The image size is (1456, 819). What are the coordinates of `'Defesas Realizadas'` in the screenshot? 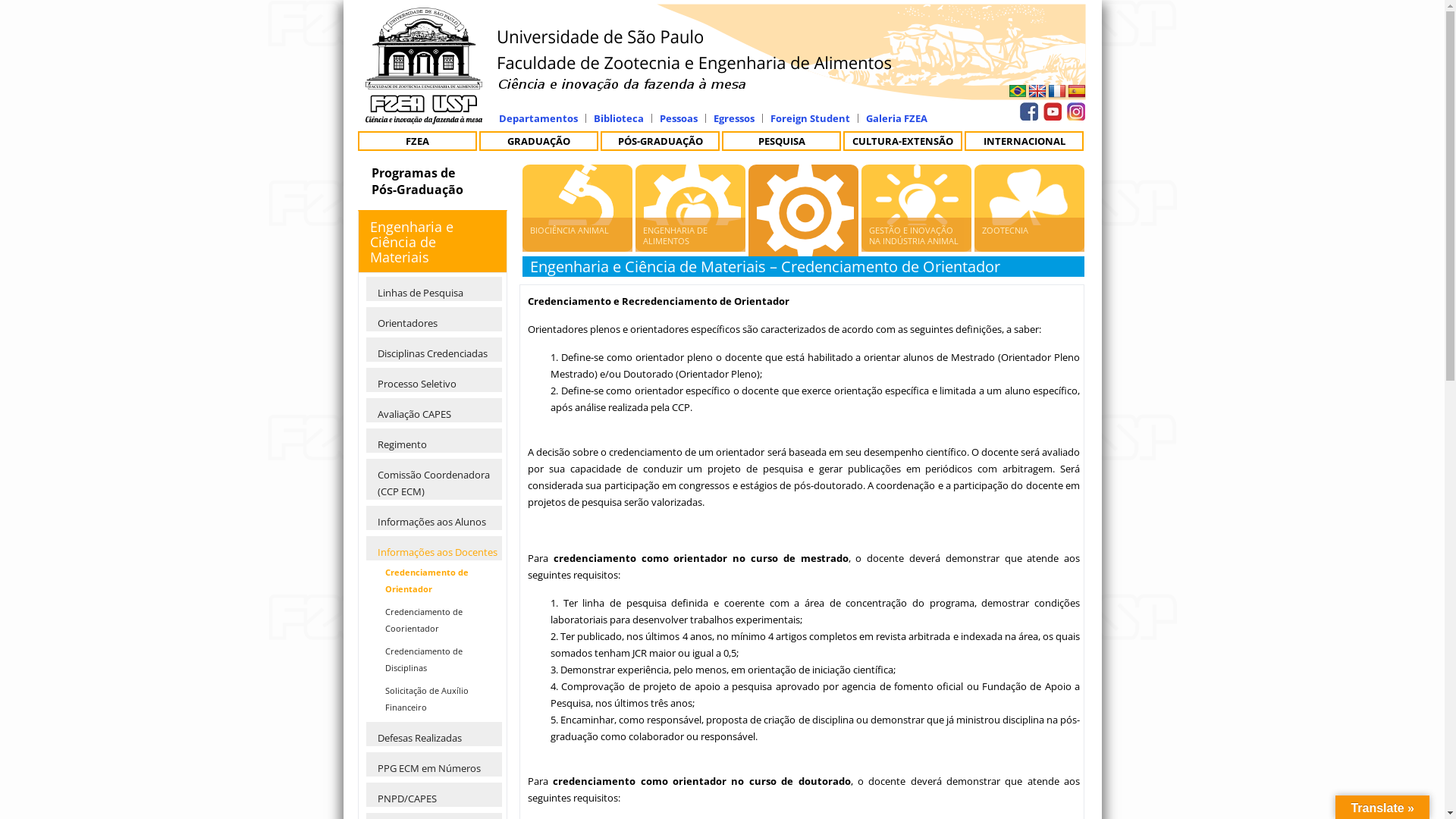 It's located at (433, 733).